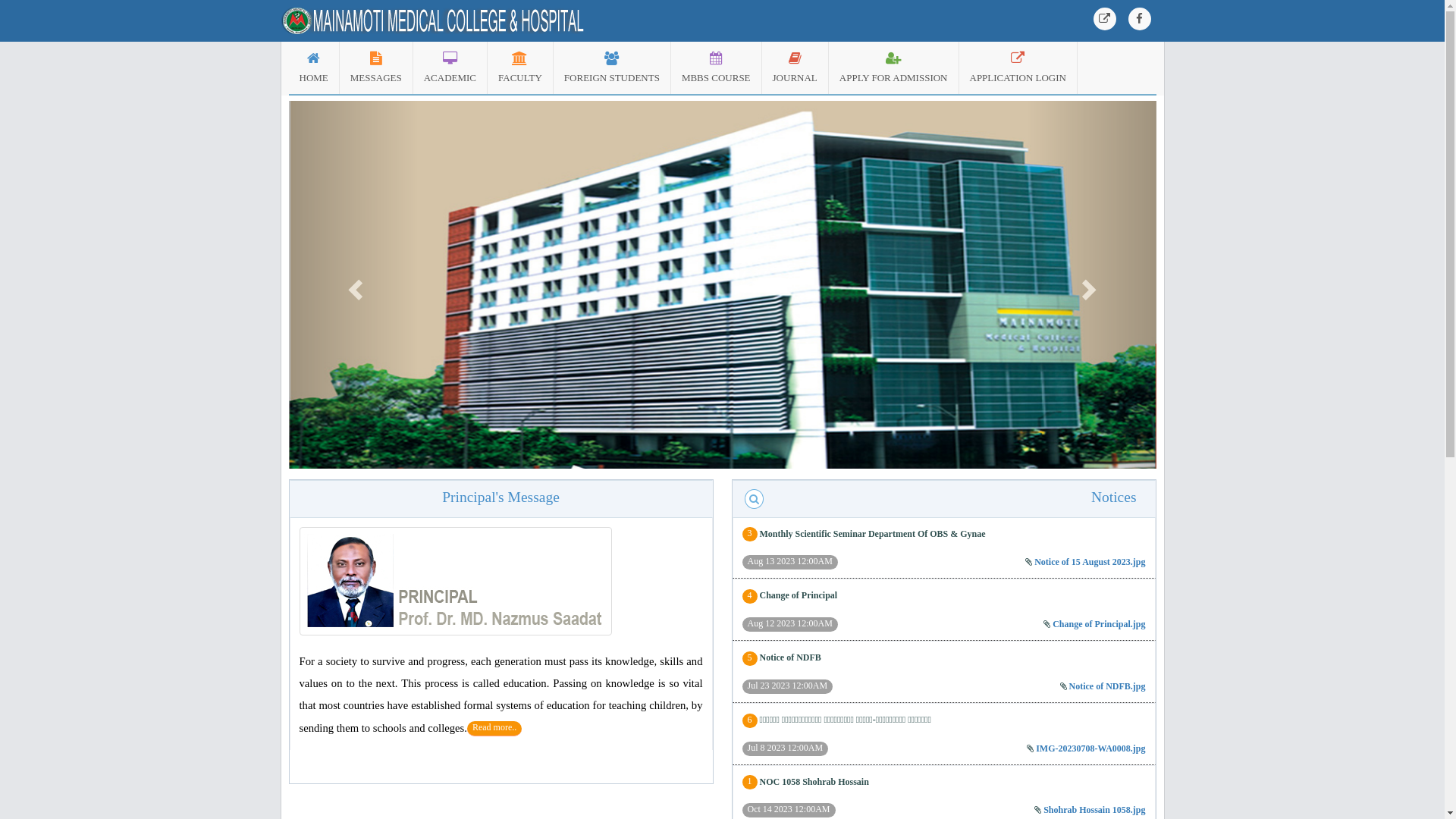  I want to click on 'Notice of NDFB.jpg', so click(1107, 686).